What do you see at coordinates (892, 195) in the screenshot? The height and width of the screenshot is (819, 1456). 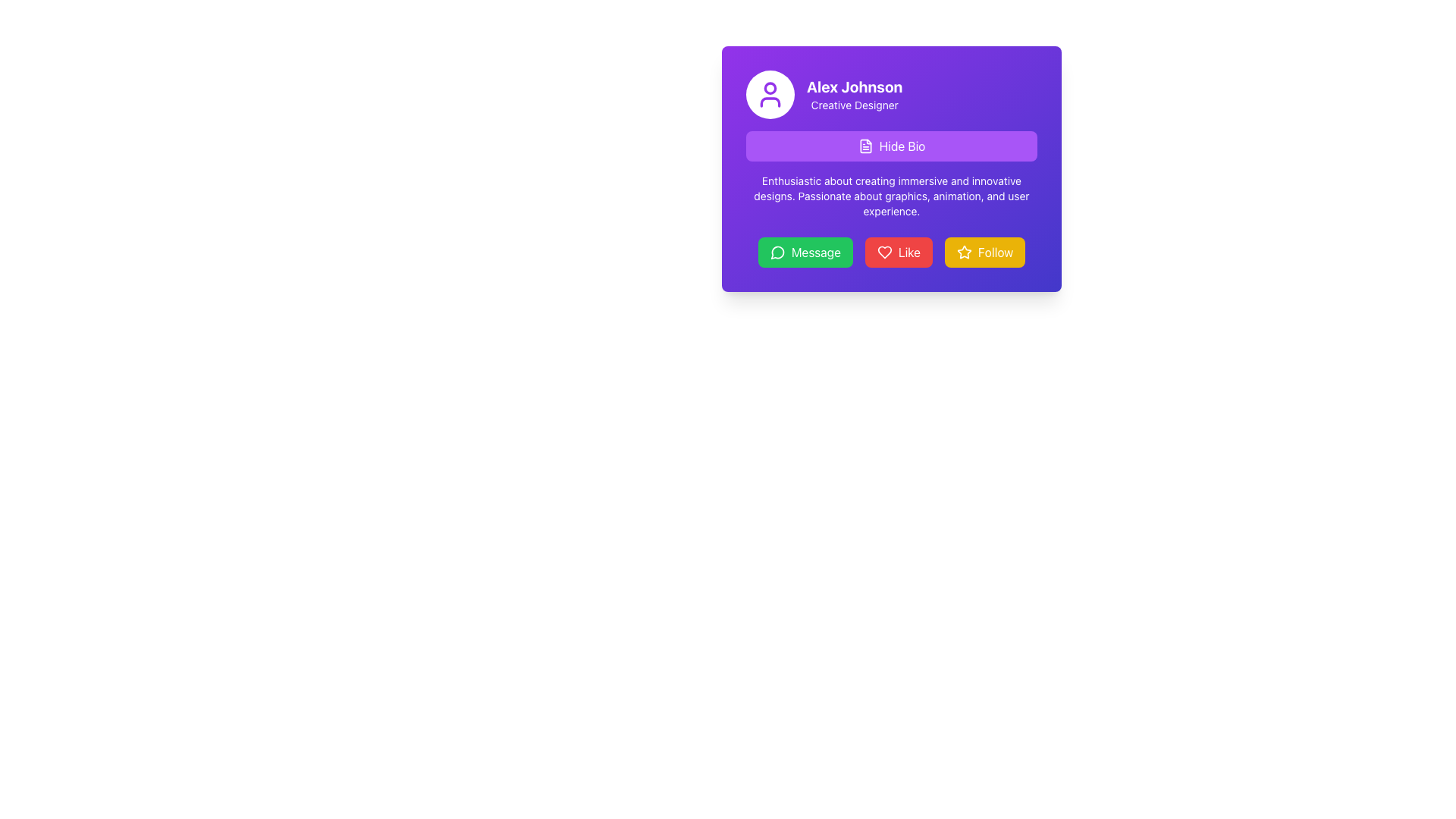 I see `the Text Display element containing the paragraph about immersive and innovative designs, which is styled with the 'text-sm' class and located in a purple section just below the 'Hide Bio' button` at bounding box center [892, 195].